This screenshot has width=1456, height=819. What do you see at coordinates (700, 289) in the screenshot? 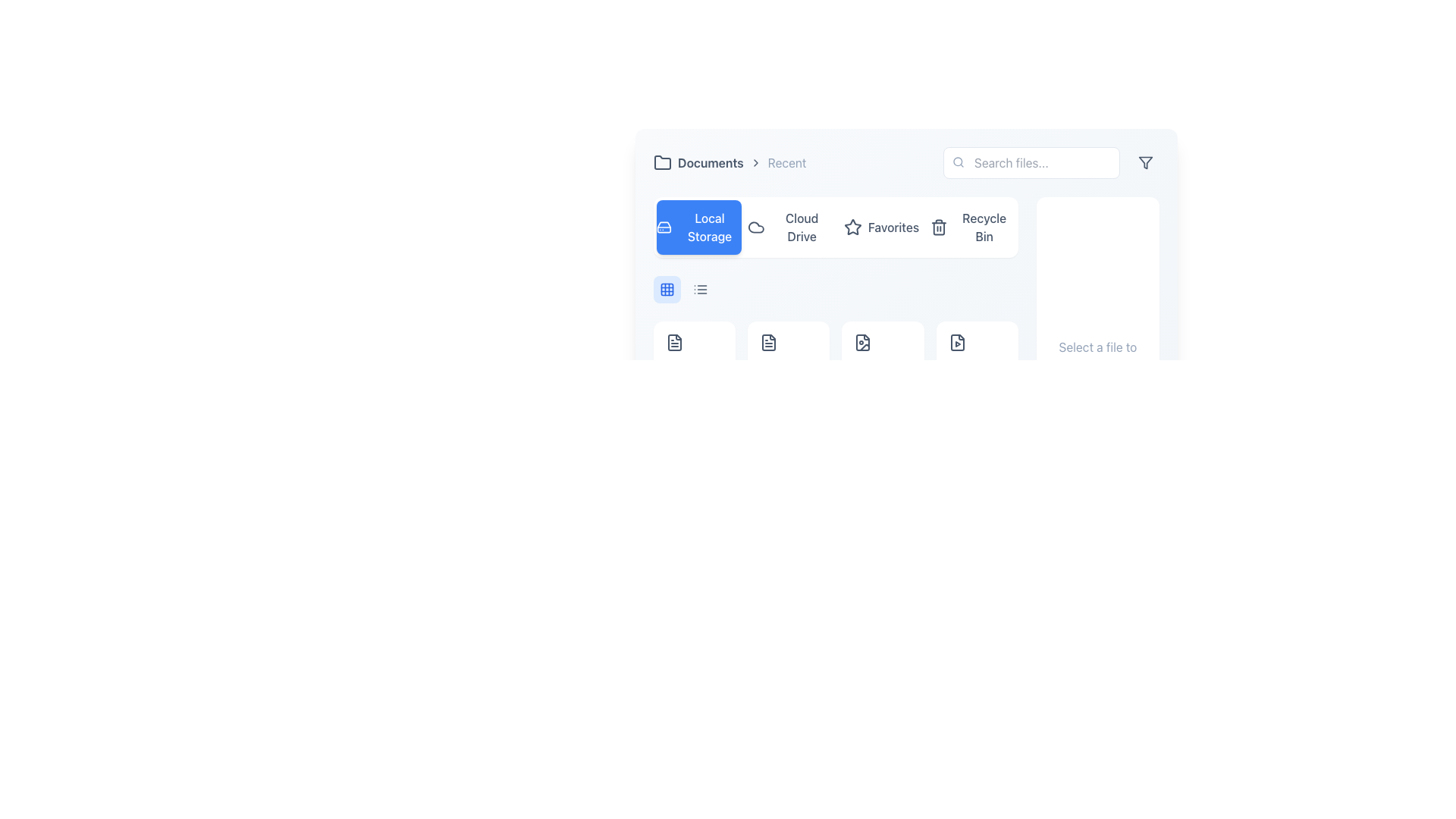
I see `the second button from the right, which toggles the list view display in the interface, to switch the layout of the displayed content to a list format` at bounding box center [700, 289].